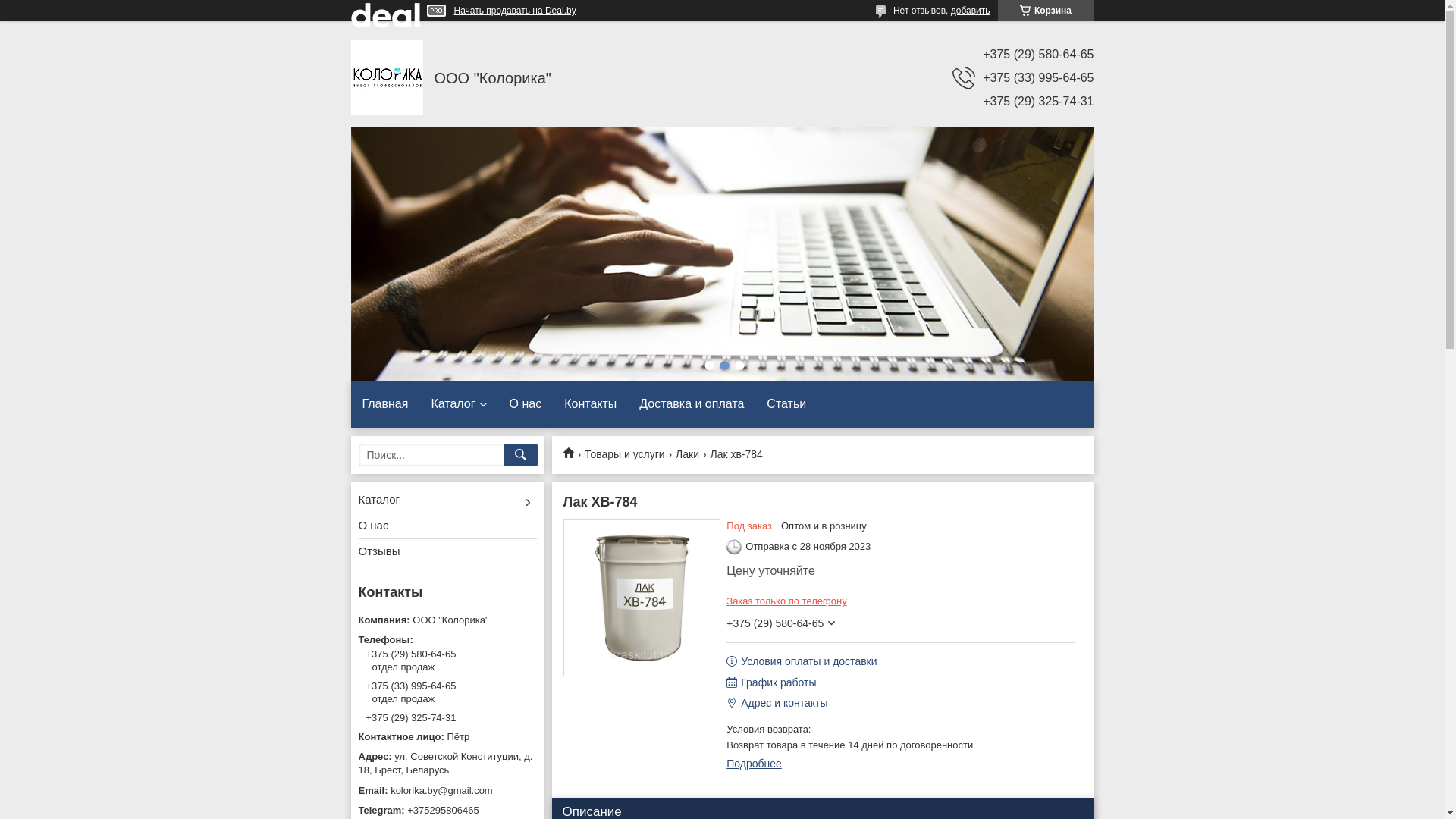 The width and height of the screenshot is (1456, 819). Describe the element at coordinates (446, 789) in the screenshot. I see `'kolorika.by@gmail.com'` at that location.